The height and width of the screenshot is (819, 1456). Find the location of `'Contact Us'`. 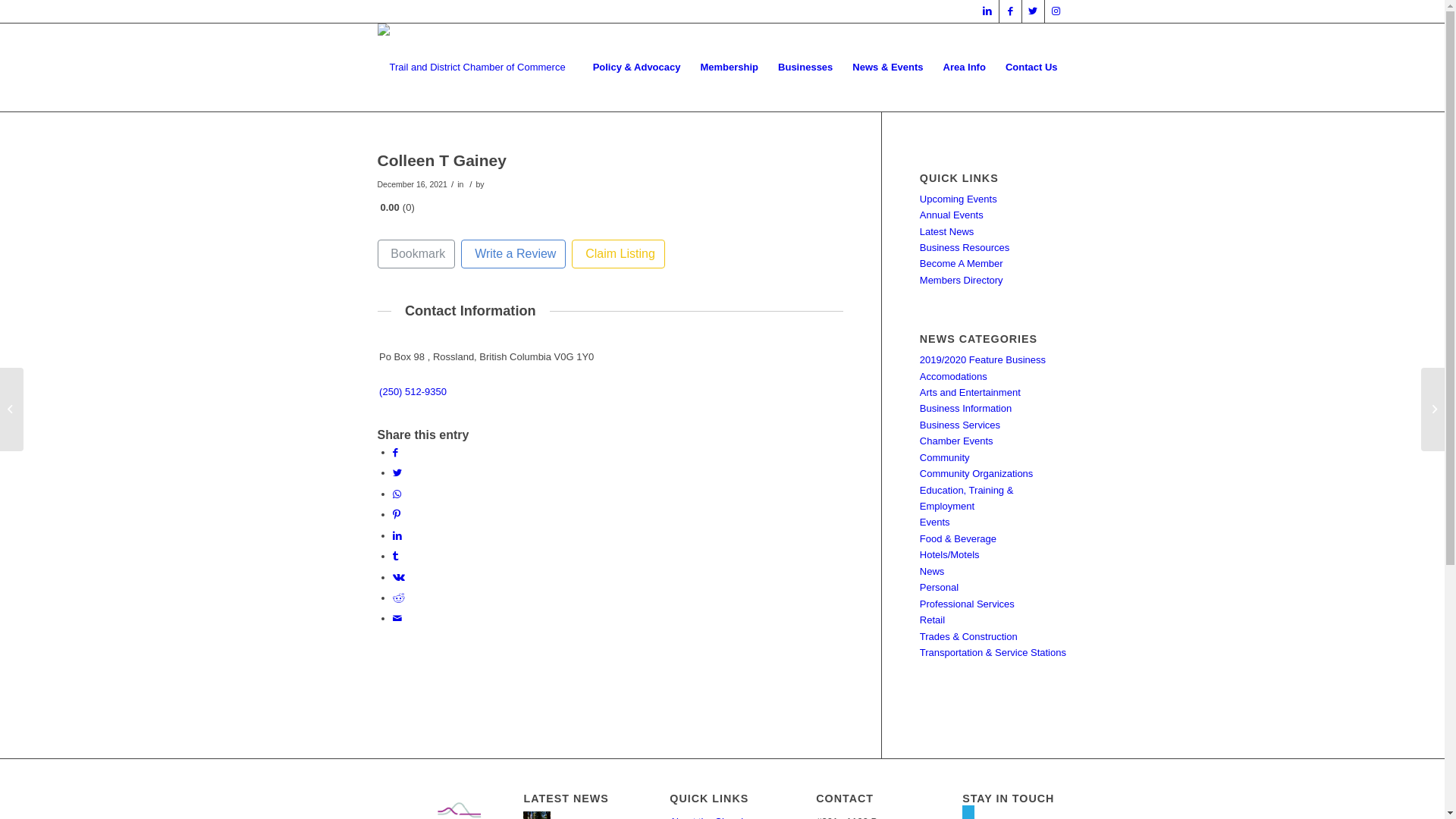

'Contact Us' is located at coordinates (1031, 66).